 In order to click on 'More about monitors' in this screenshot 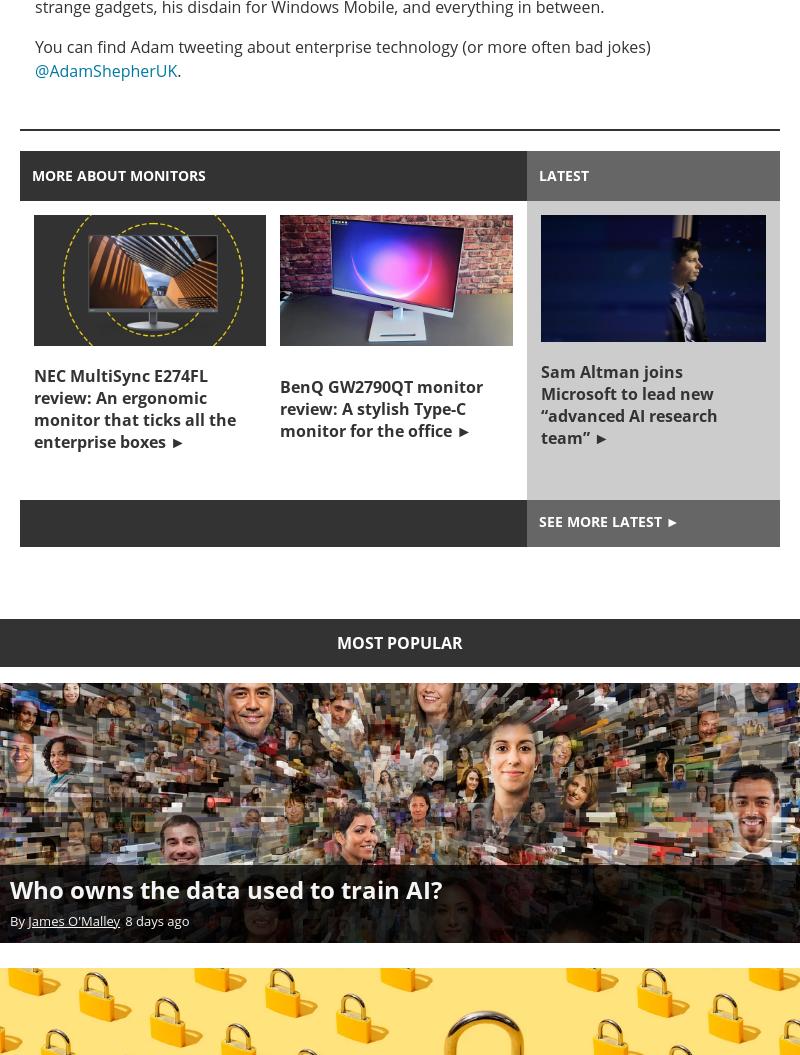, I will do `click(117, 174)`.